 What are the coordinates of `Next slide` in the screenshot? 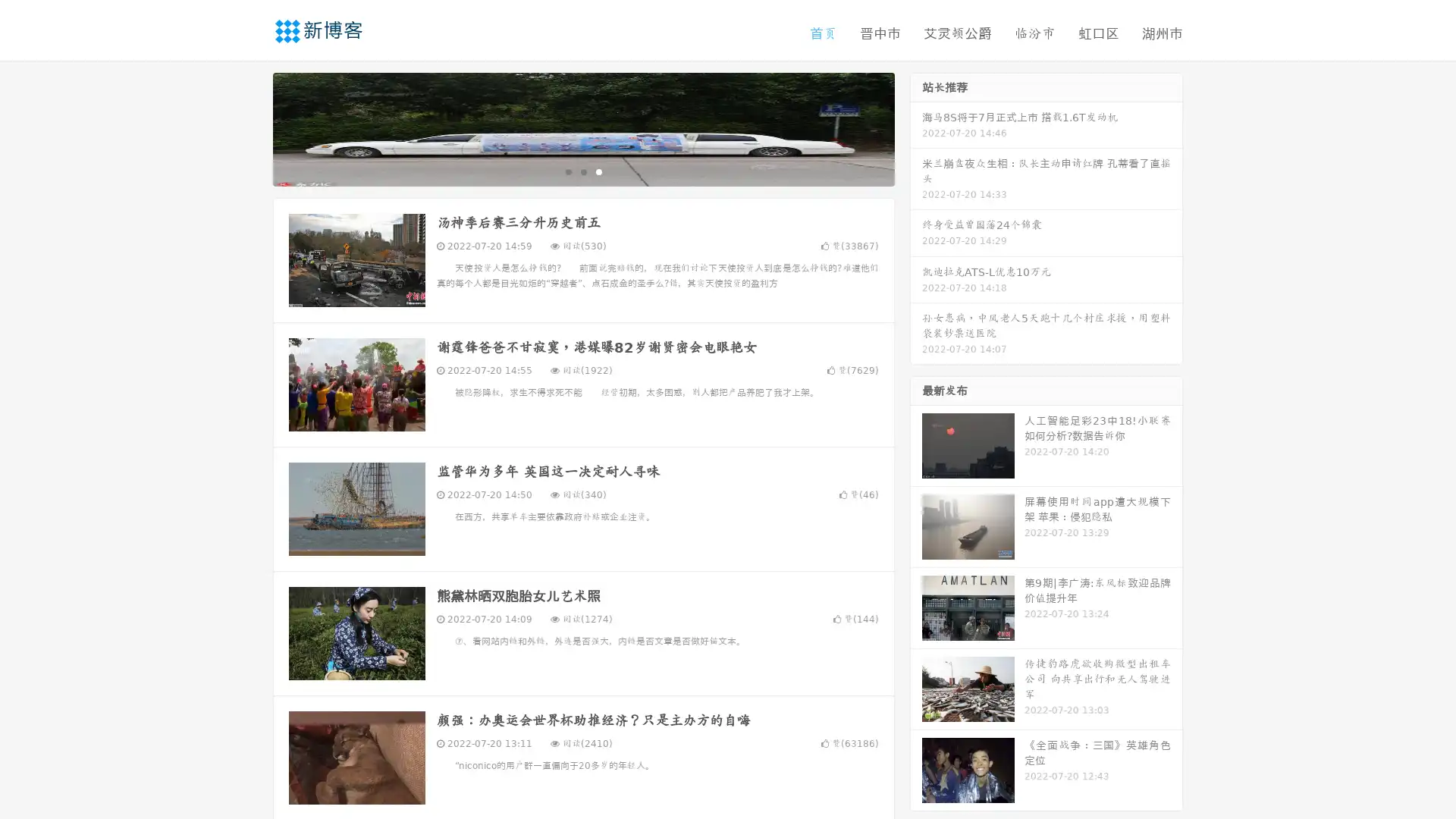 It's located at (916, 127).